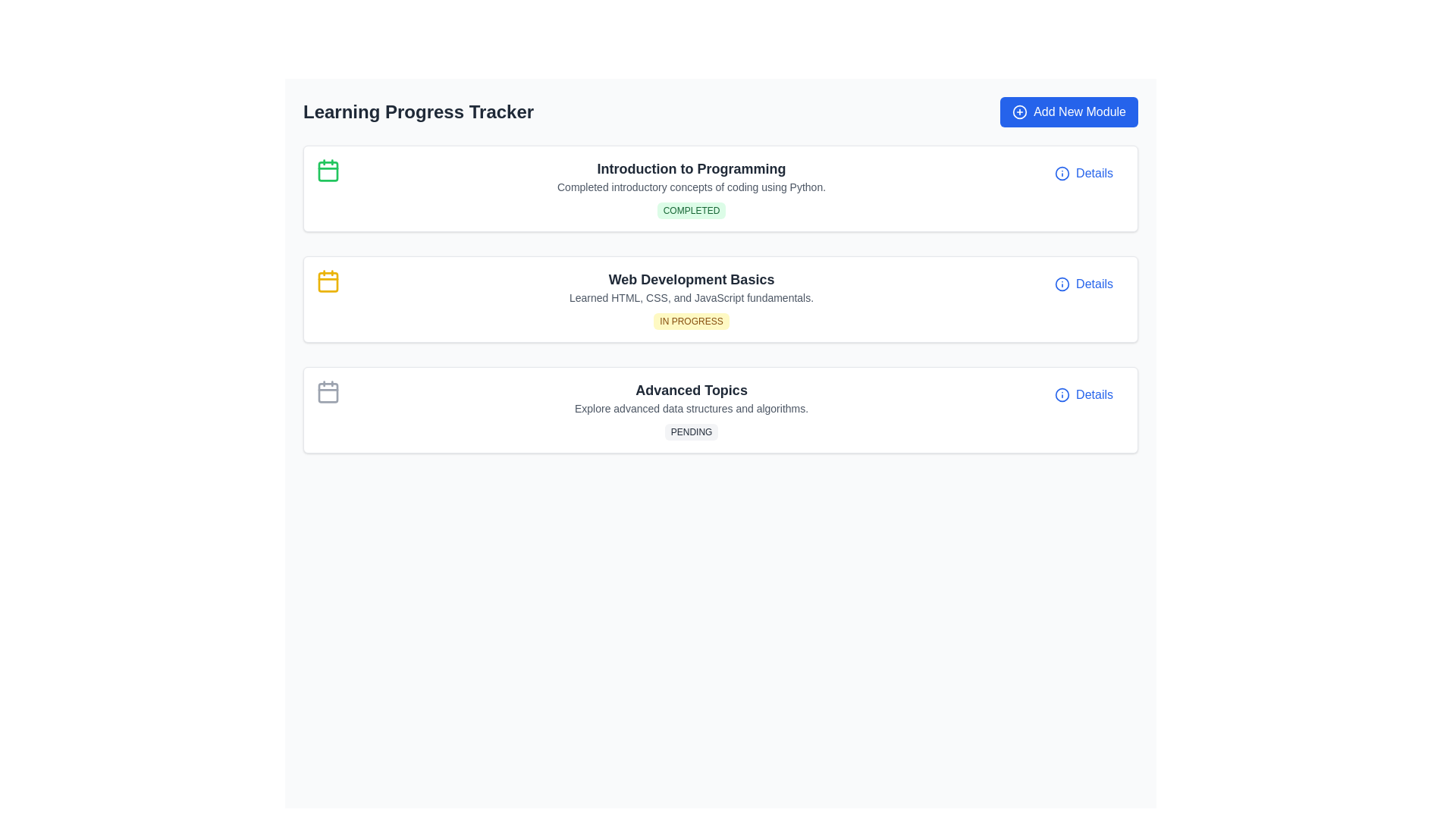  I want to click on the bold, large-sized static text labeled 'Learning Progress Tracker' located prominently at the top-left section of the interface, so click(419, 111).